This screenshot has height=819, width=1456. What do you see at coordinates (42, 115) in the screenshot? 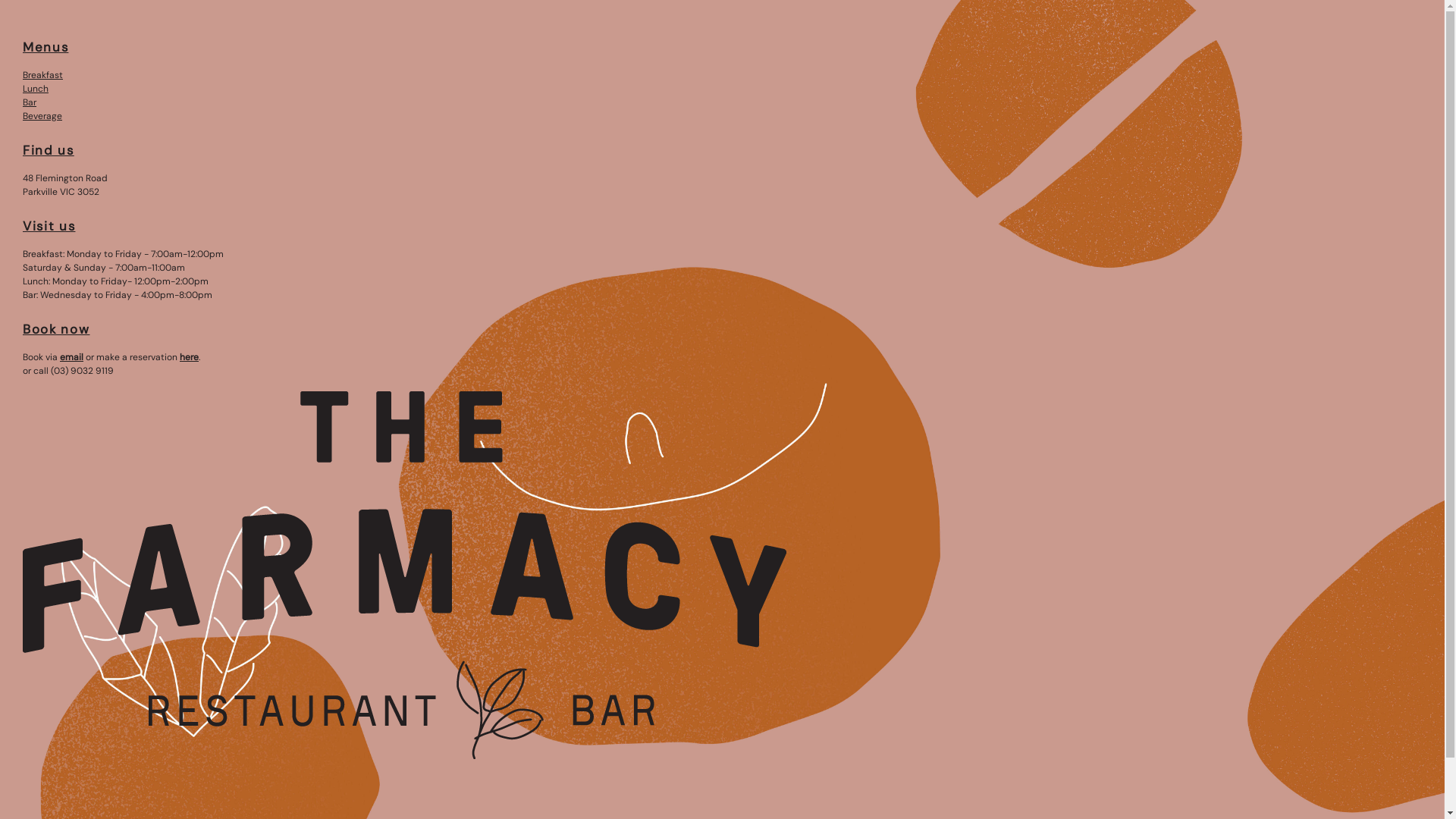
I see `'Beverage'` at bounding box center [42, 115].